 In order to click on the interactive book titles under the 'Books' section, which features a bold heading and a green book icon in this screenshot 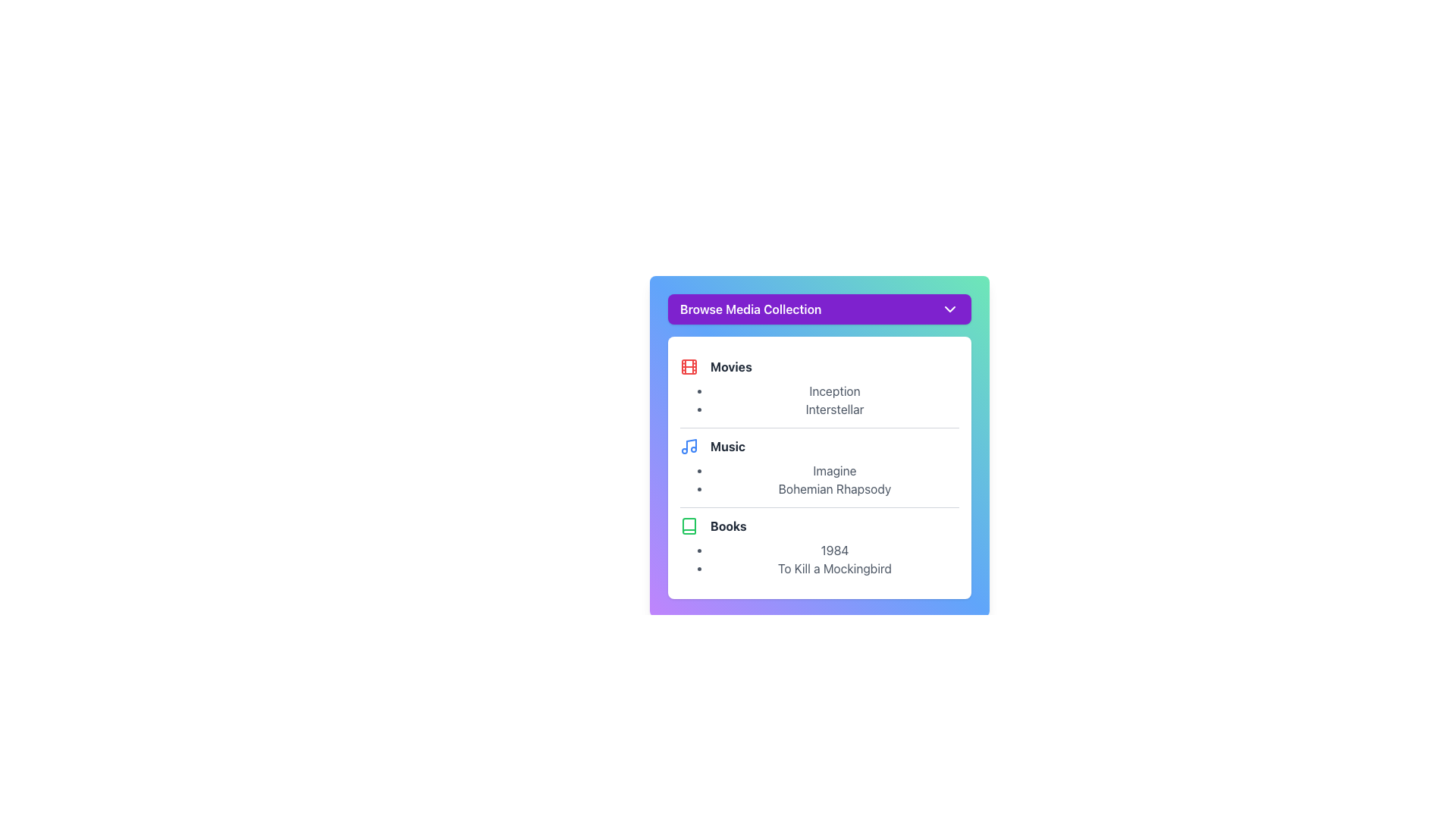, I will do `click(818, 547)`.